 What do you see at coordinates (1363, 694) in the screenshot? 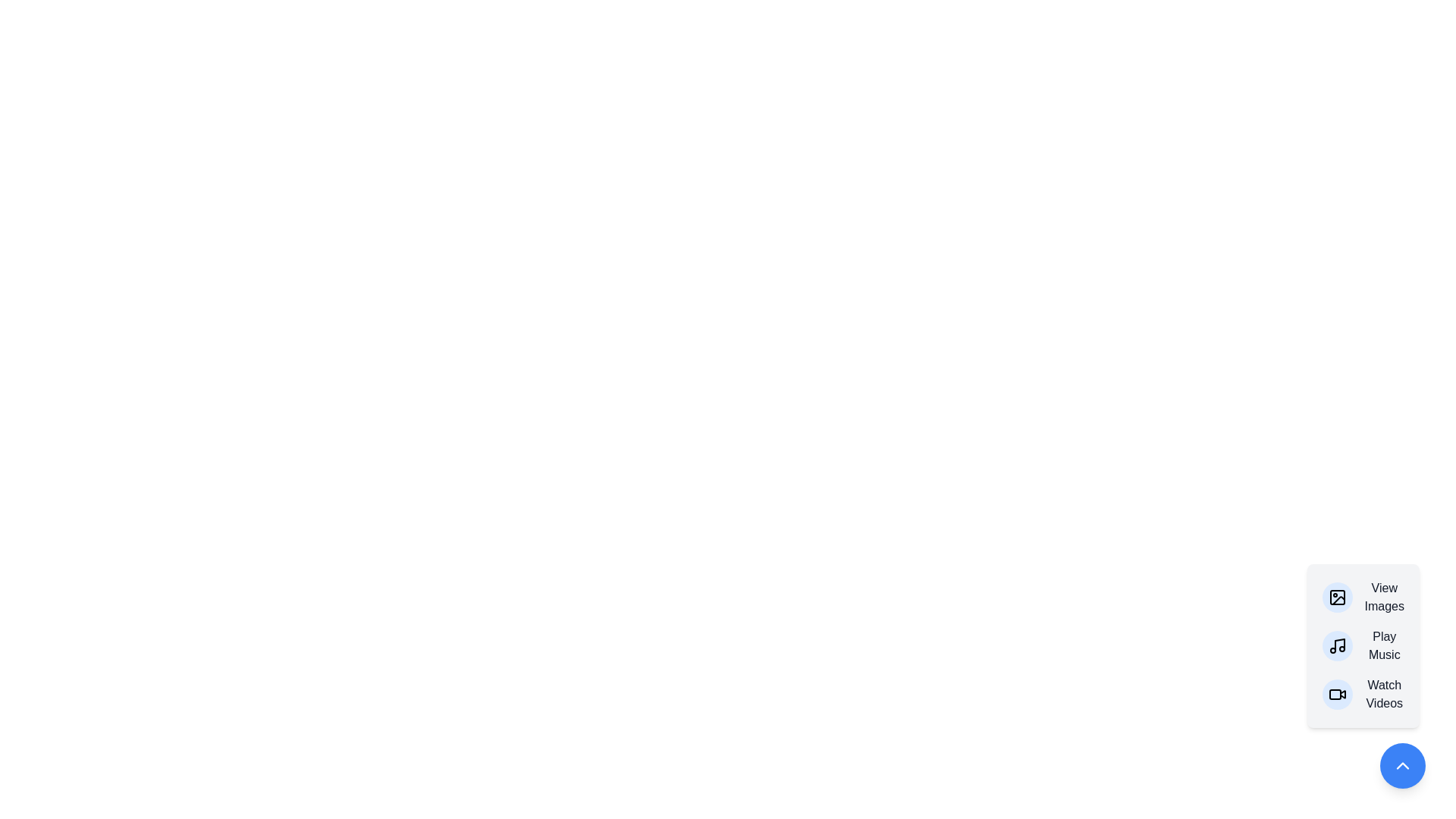
I see `the menu item corresponding to Watch Videos` at bounding box center [1363, 694].